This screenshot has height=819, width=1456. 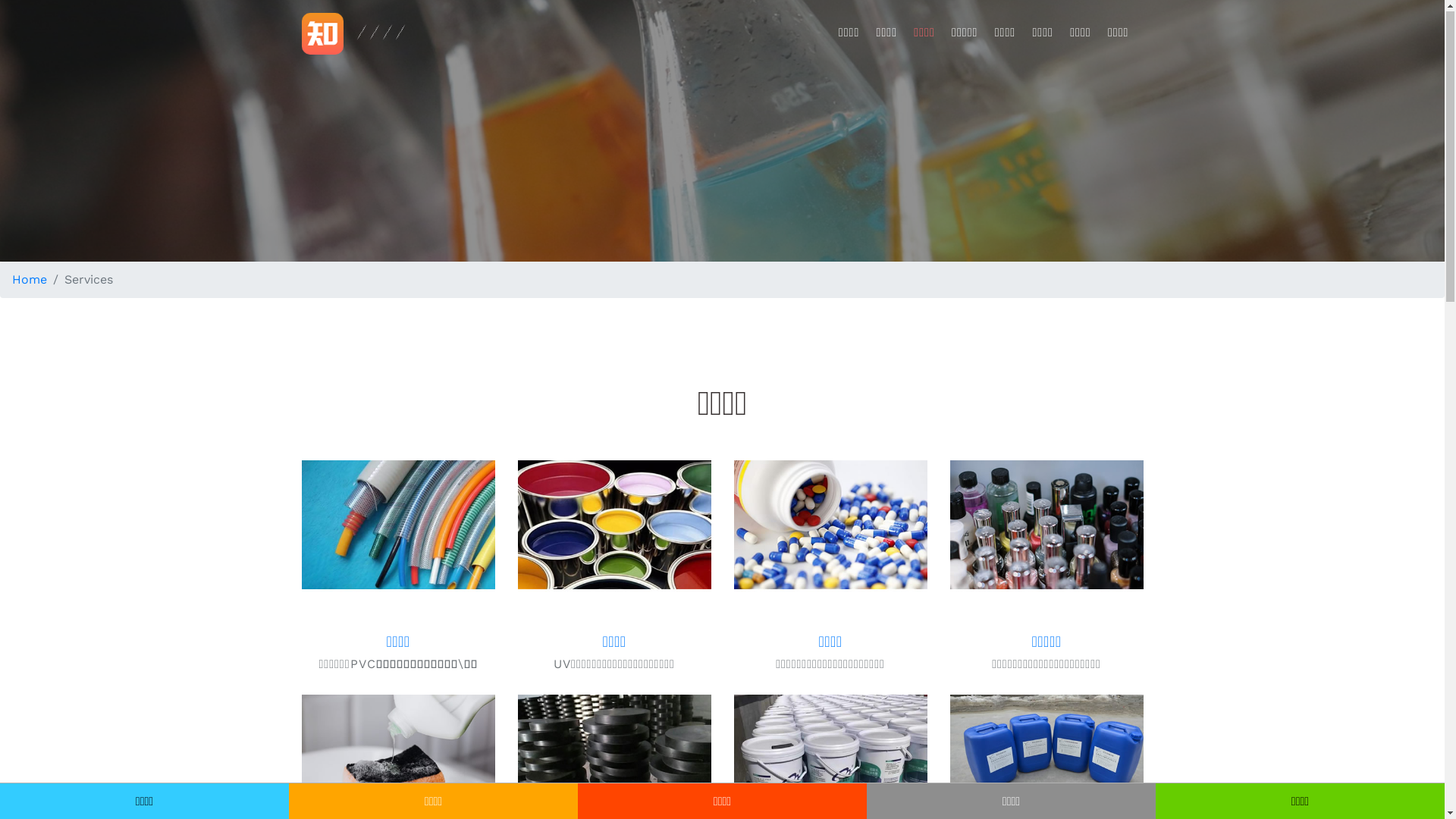 I want to click on 'Home', so click(x=29, y=280).